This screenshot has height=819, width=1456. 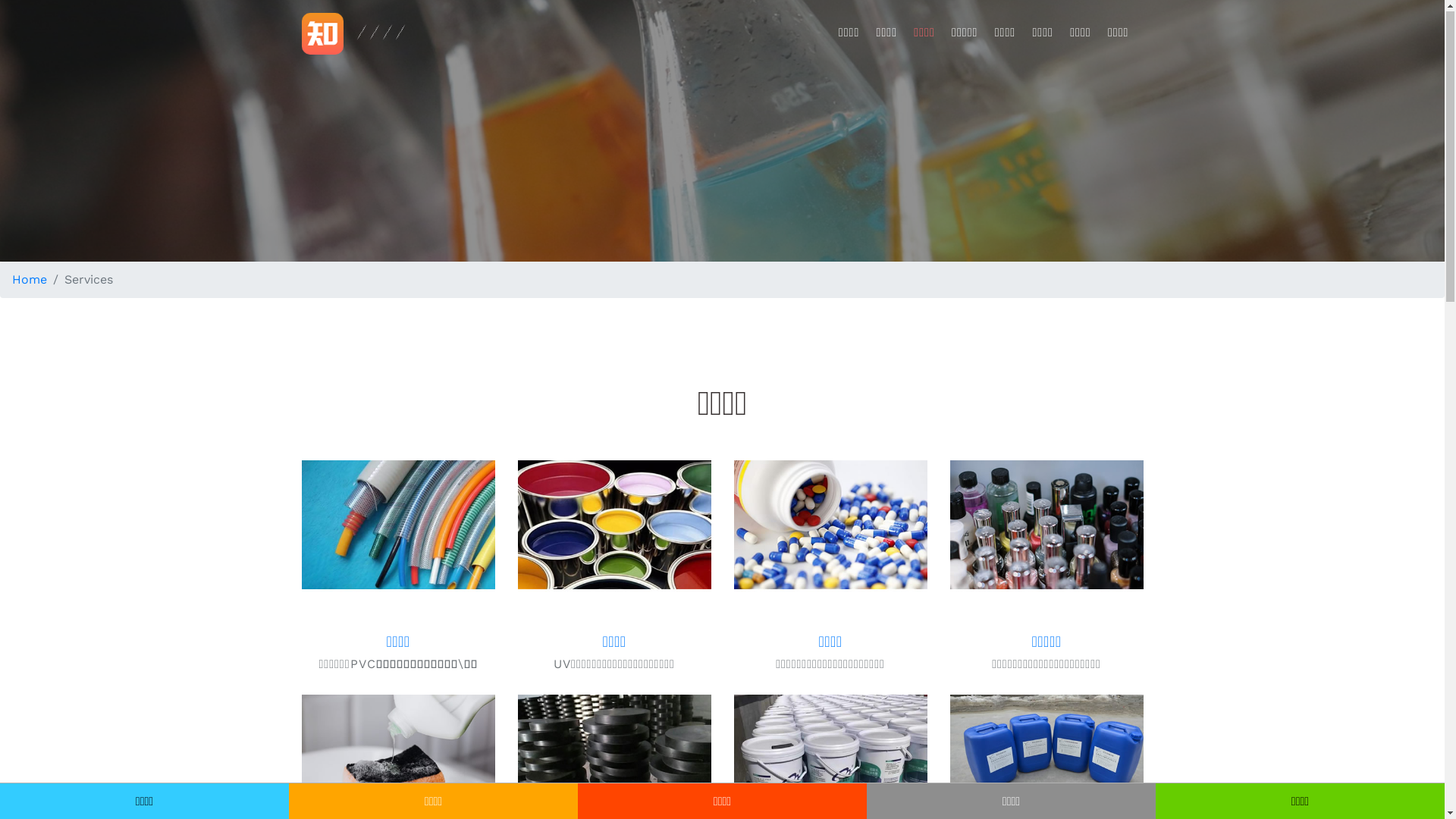 I want to click on 'Home', so click(x=29, y=280).